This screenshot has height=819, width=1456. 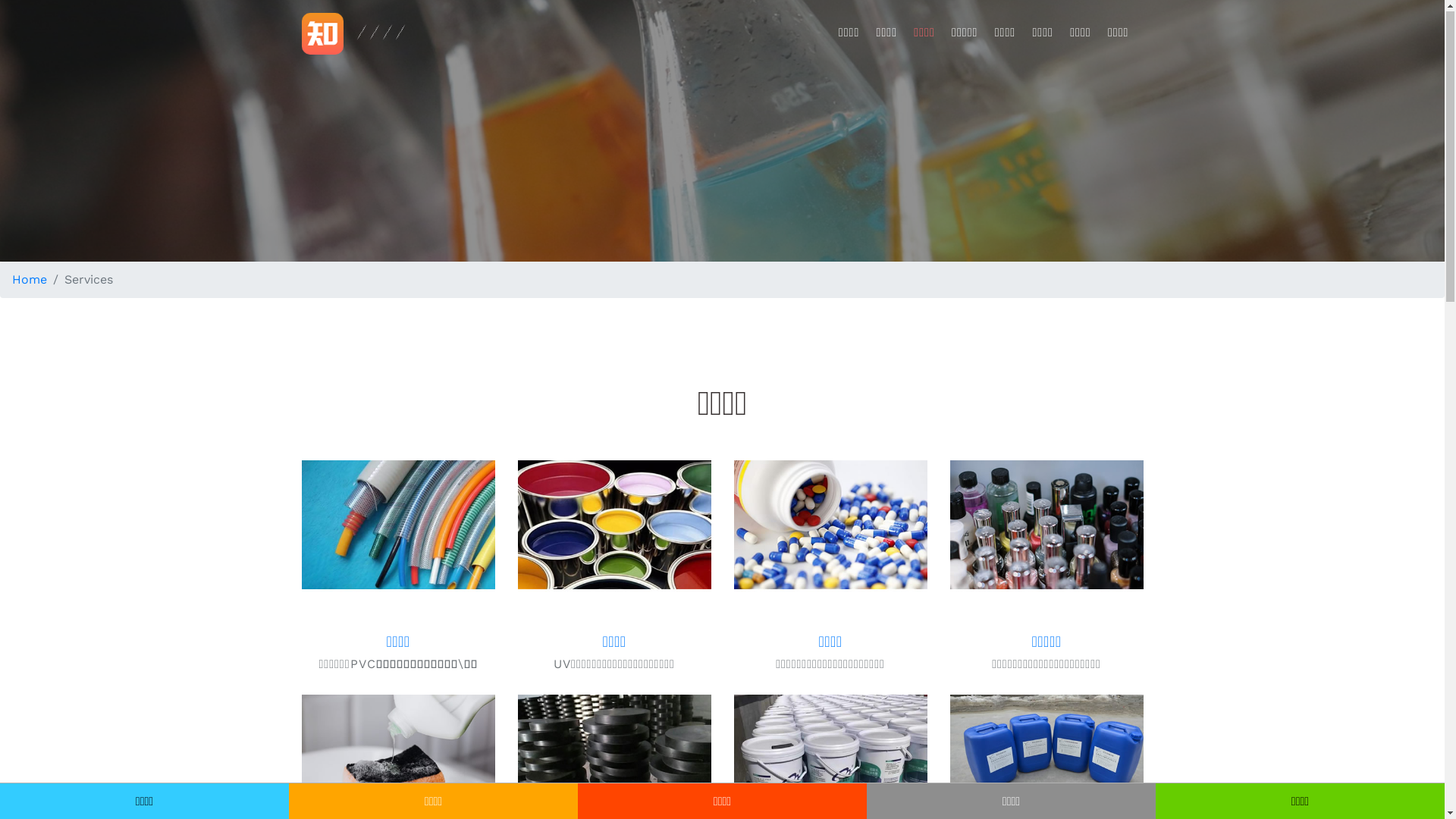 I want to click on 'Home', so click(x=29, y=280).